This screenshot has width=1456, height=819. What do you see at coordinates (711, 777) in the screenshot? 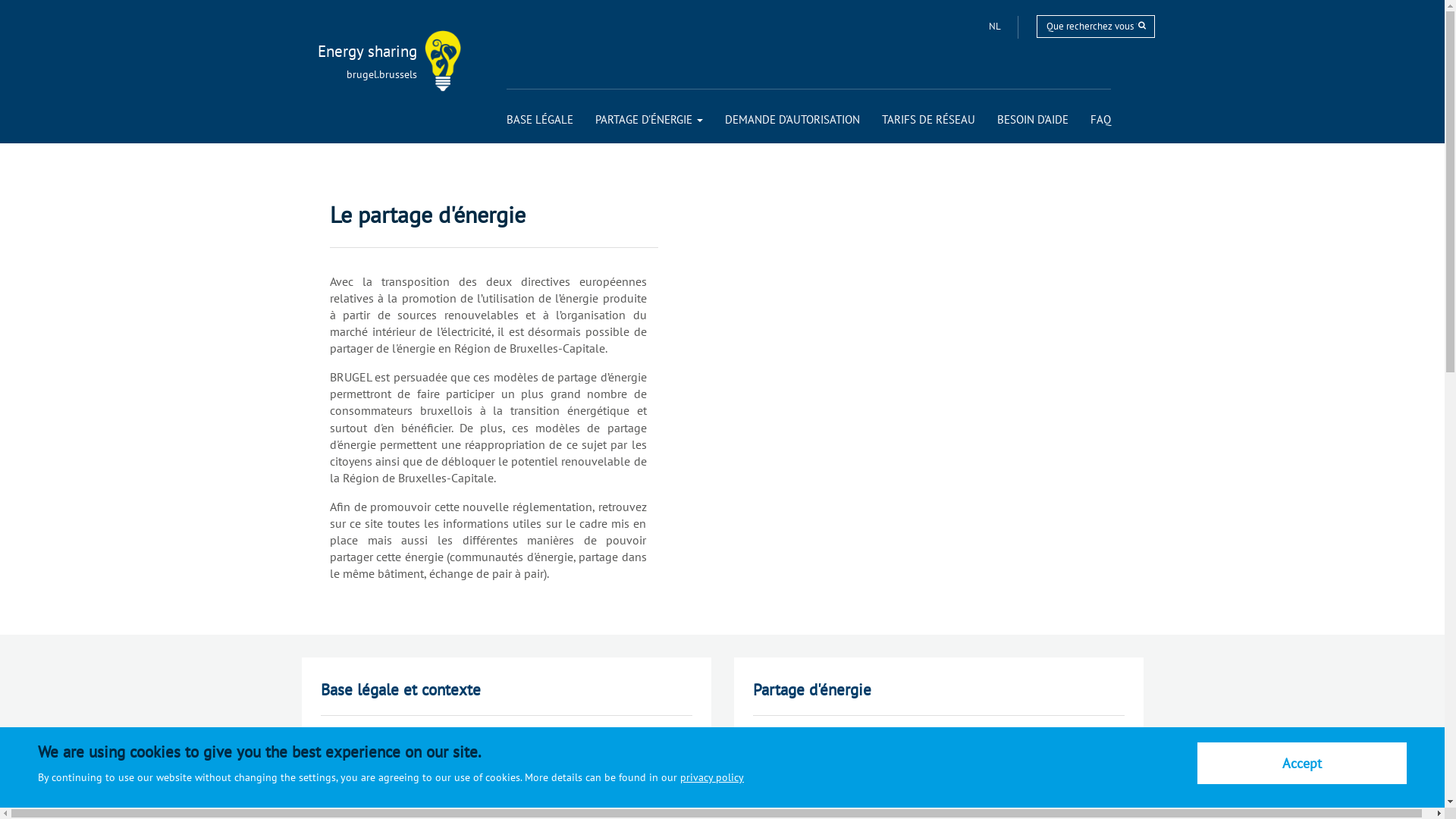
I see `'privacy policy'` at bounding box center [711, 777].